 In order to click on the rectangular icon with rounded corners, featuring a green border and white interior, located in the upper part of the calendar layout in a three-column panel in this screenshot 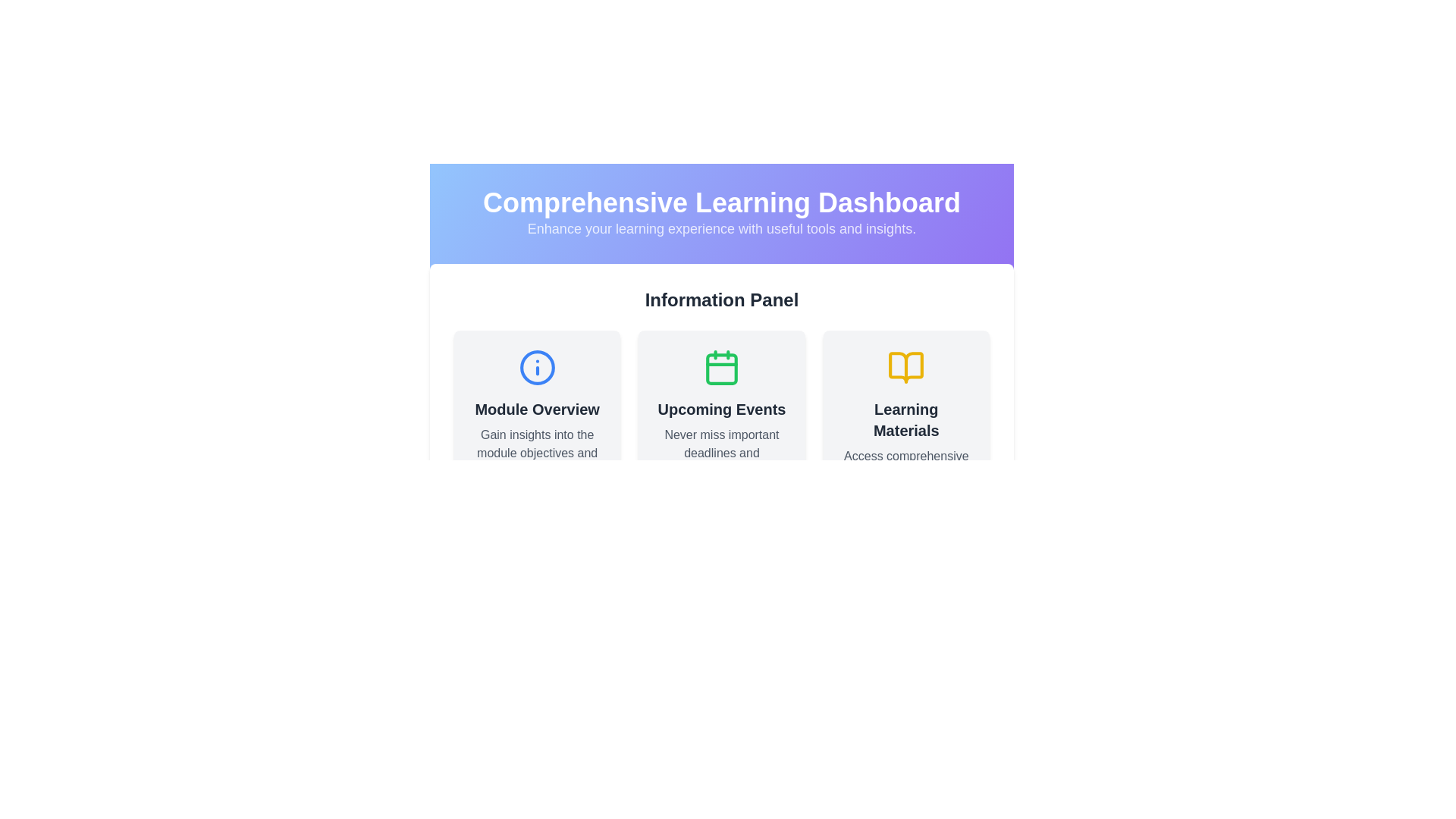, I will do `click(720, 369)`.